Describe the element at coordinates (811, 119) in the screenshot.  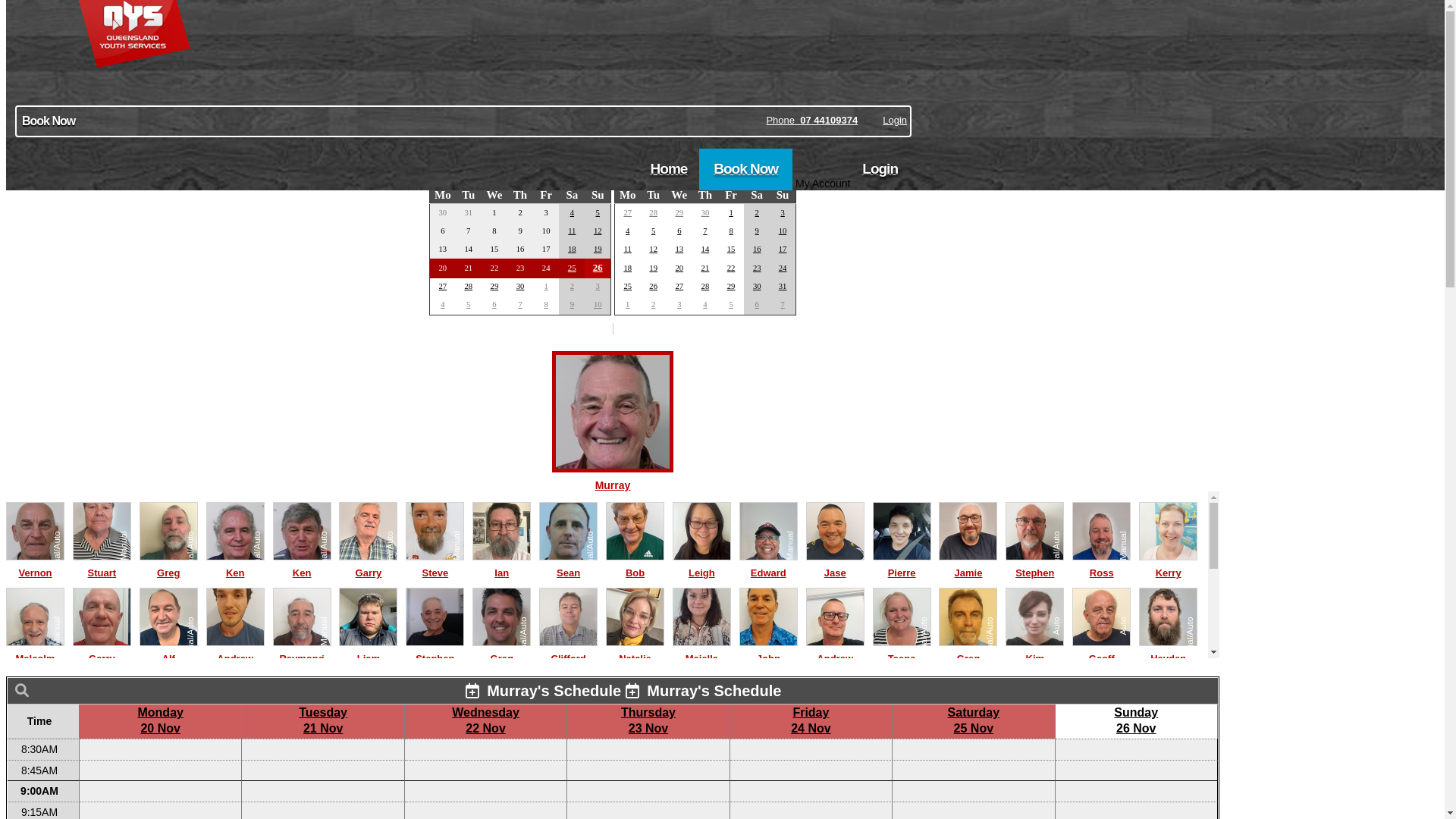
I see `'Phone  07 44109374'` at that location.